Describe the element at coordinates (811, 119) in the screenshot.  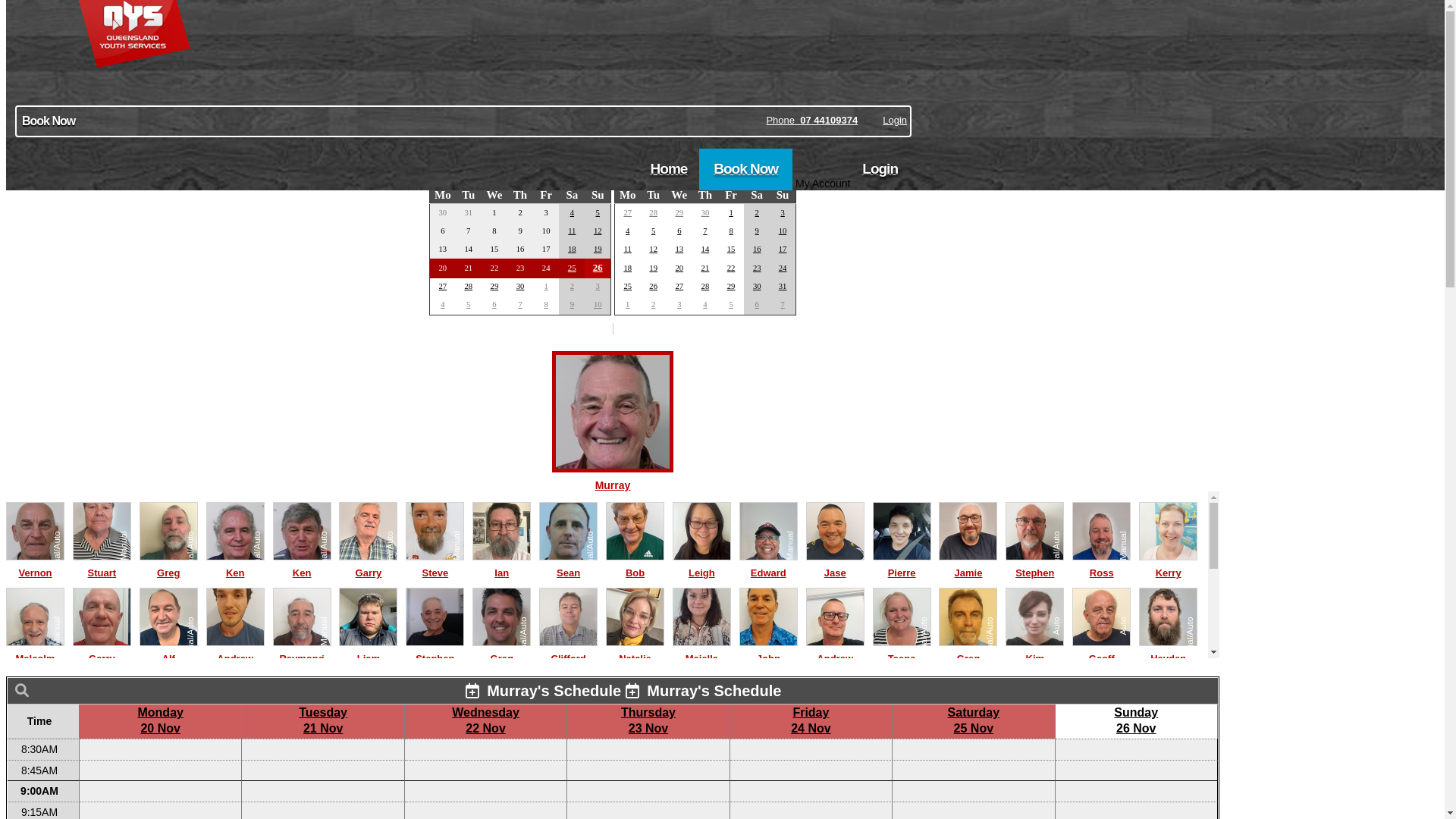
I see `'Phone  07 44109374'` at that location.